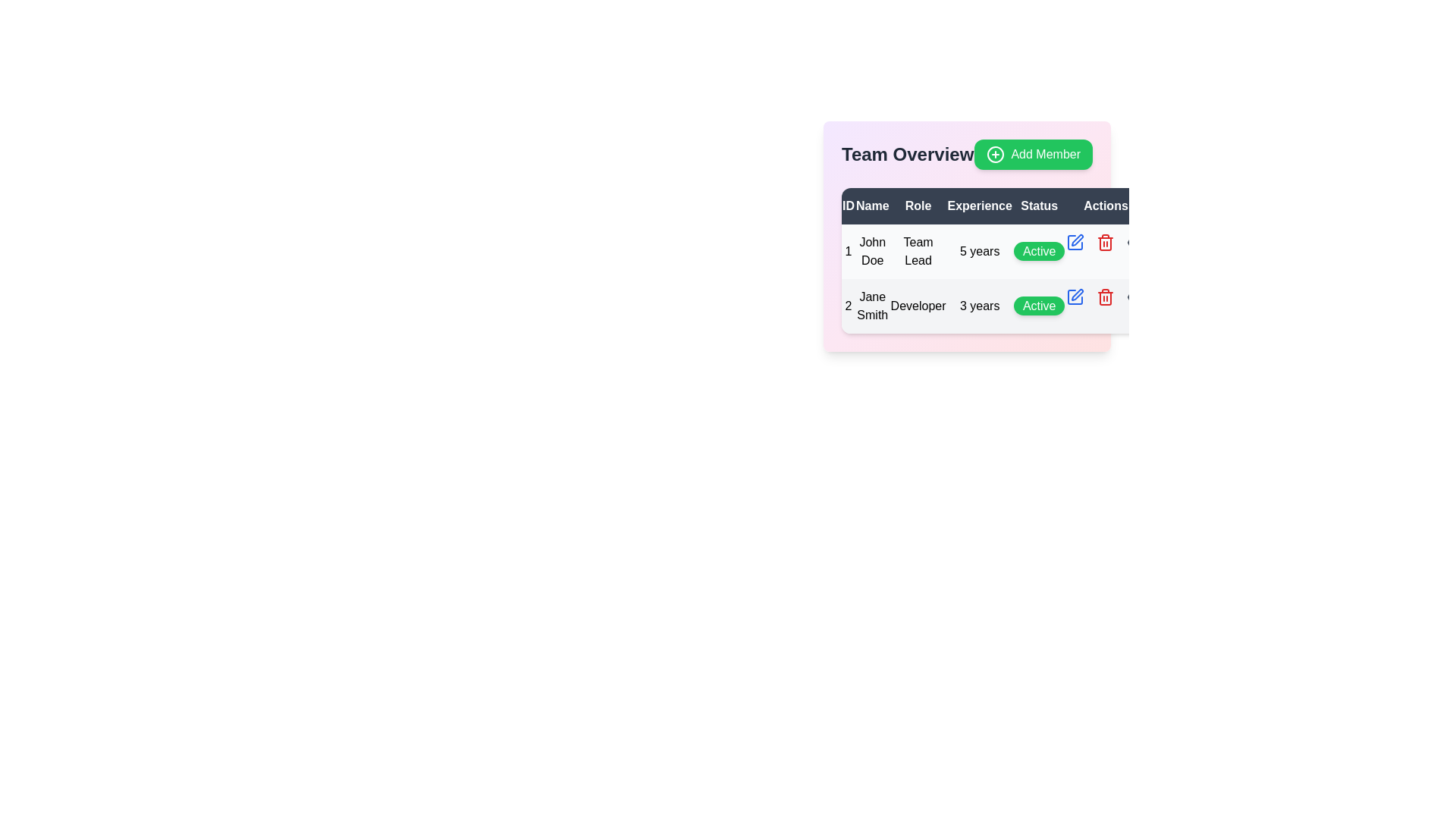 Image resolution: width=1456 pixels, height=819 pixels. What do you see at coordinates (980, 206) in the screenshot?
I see `the 'Experience' table header element, which has a dark background and white text, located in the fourth column of the table header row` at bounding box center [980, 206].